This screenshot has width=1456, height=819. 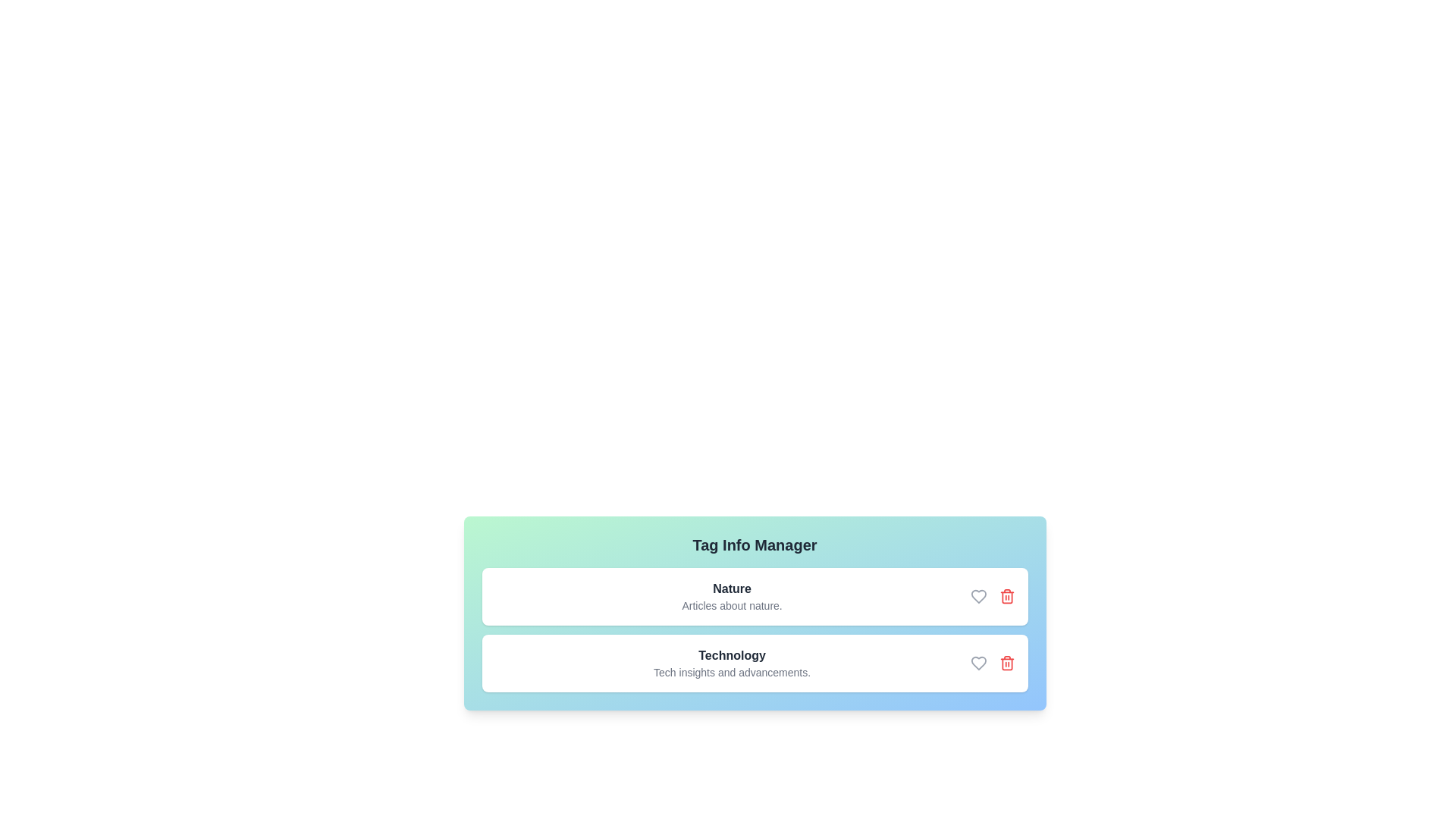 What do you see at coordinates (978, 595) in the screenshot?
I see `the heart icon corresponding to the tag labeled Nature to toggle its 'like' status` at bounding box center [978, 595].